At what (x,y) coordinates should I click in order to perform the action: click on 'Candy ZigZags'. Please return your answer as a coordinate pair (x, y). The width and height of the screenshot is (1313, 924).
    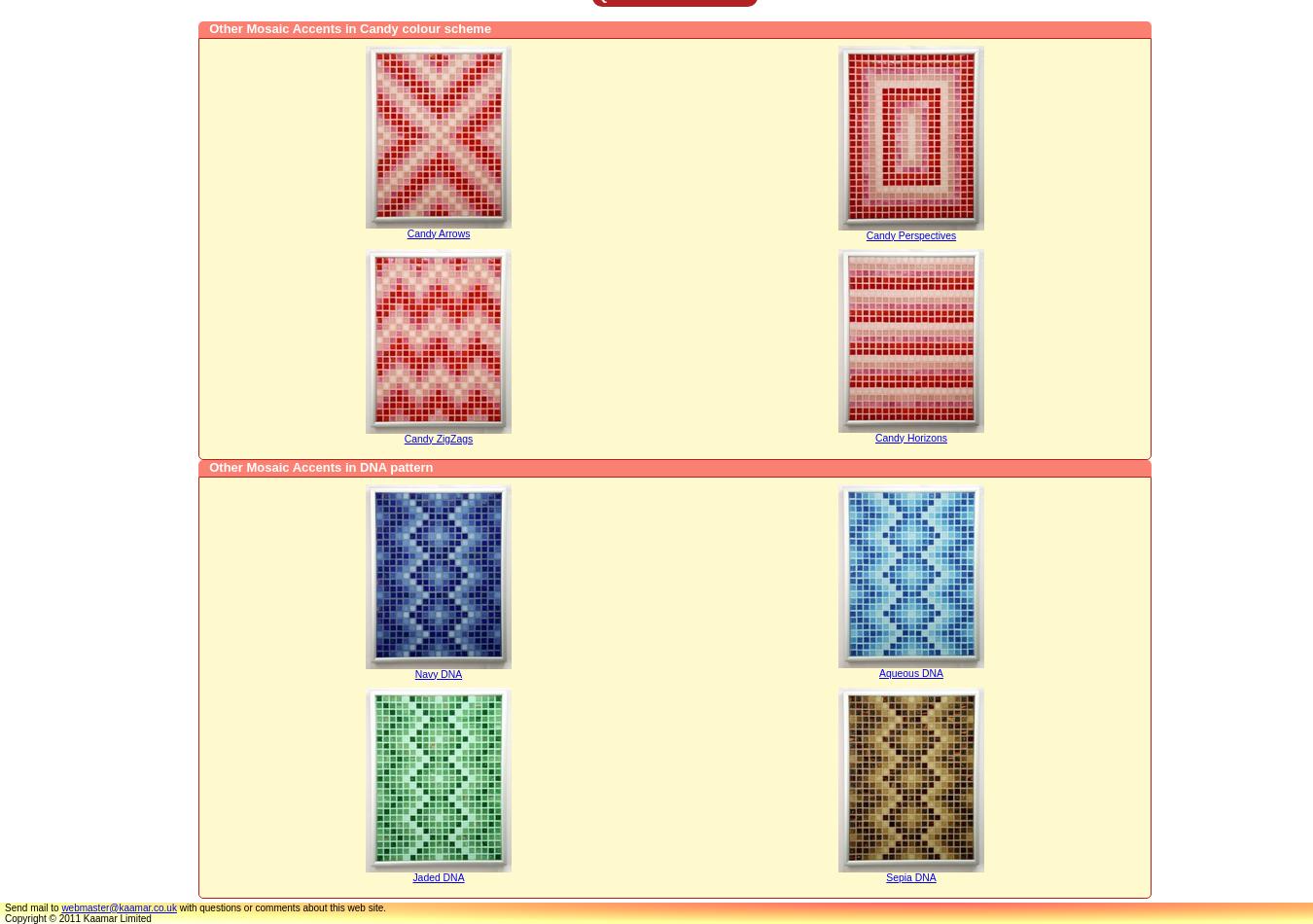
    Looking at the image, I should click on (403, 437).